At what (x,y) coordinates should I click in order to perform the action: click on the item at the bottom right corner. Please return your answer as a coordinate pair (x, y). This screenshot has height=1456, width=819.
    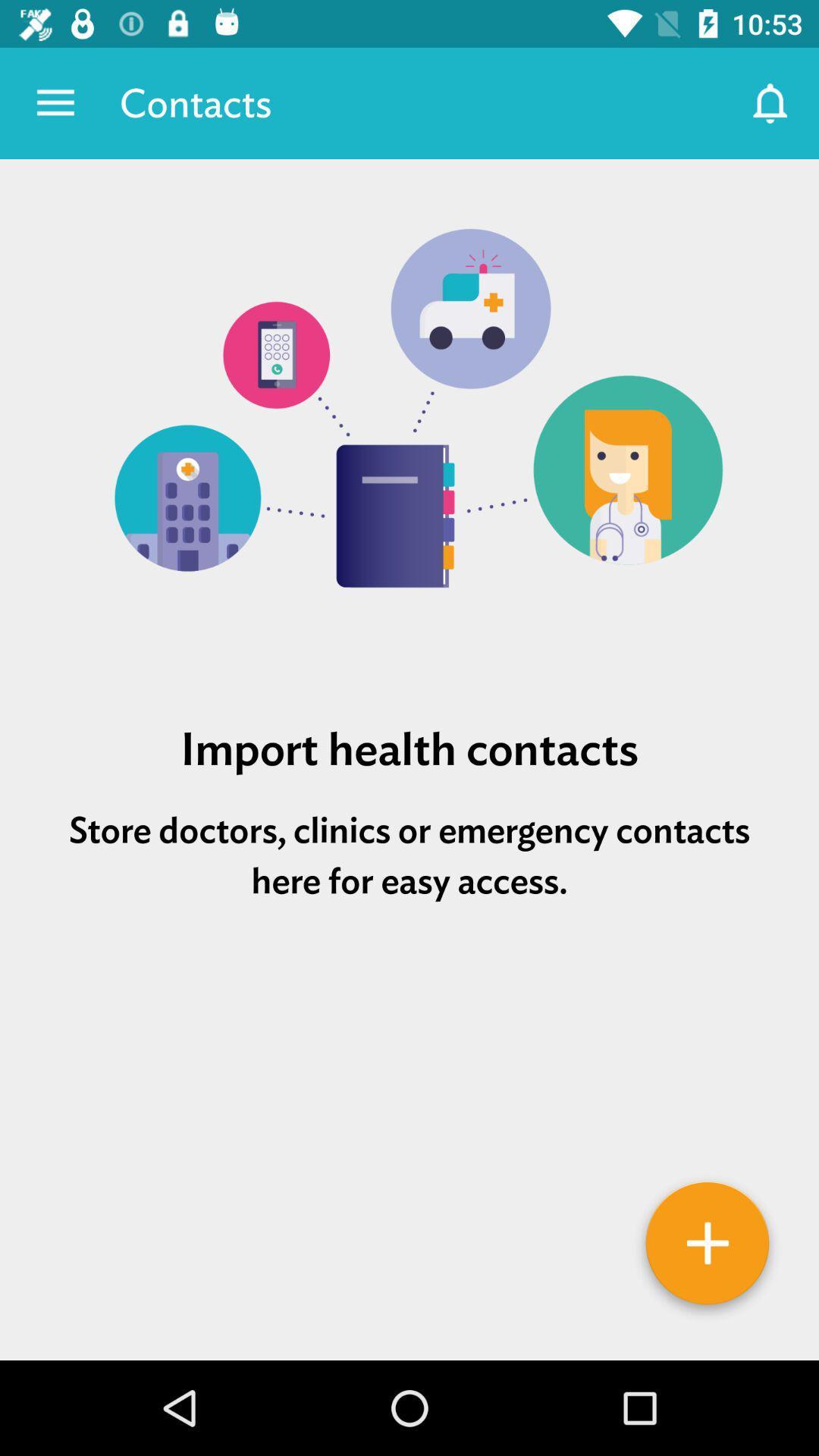
    Looking at the image, I should click on (708, 1248).